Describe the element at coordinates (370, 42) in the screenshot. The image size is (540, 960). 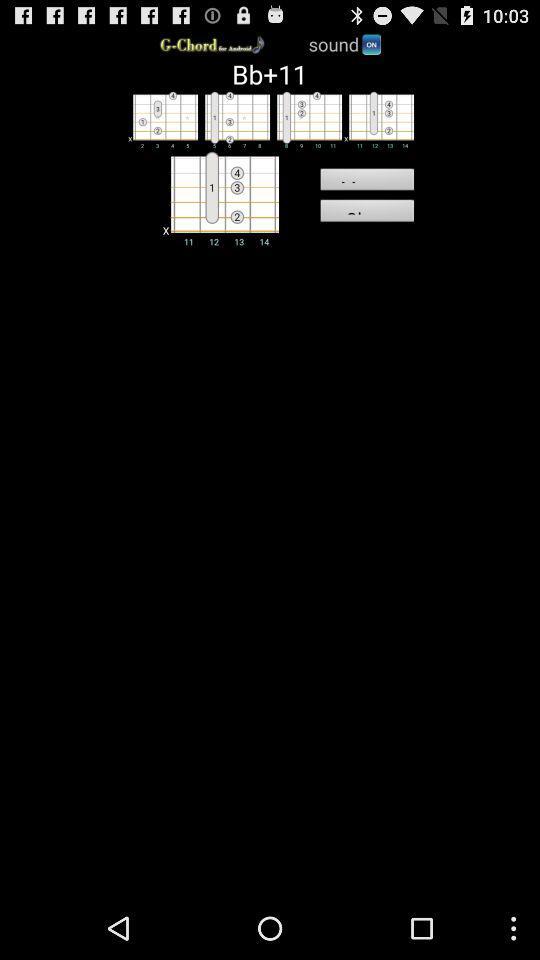
I see `item next to the sound` at that location.